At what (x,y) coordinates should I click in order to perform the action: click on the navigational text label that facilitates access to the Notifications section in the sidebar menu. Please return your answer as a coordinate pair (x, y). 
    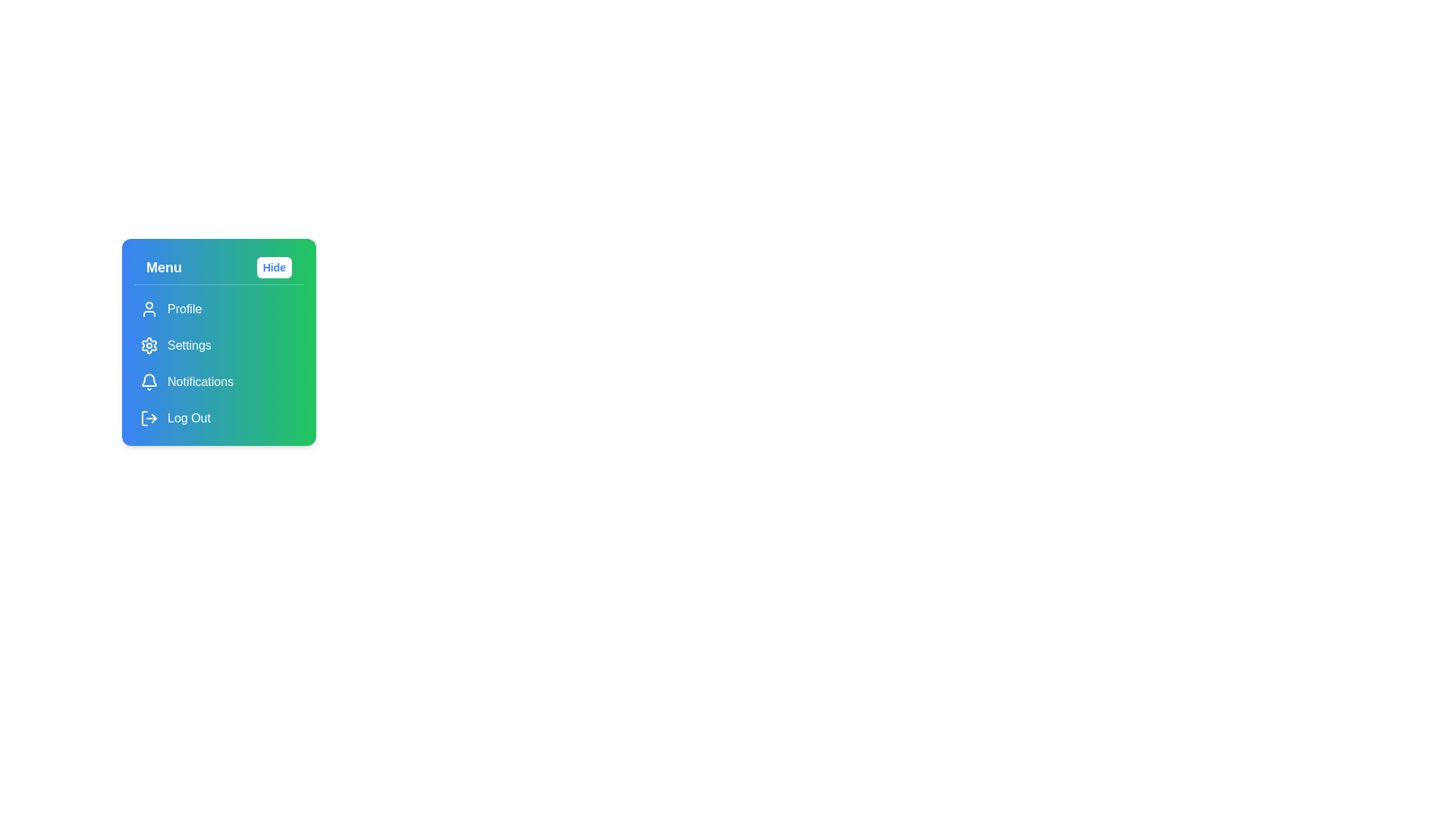
    Looking at the image, I should click on (199, 381).